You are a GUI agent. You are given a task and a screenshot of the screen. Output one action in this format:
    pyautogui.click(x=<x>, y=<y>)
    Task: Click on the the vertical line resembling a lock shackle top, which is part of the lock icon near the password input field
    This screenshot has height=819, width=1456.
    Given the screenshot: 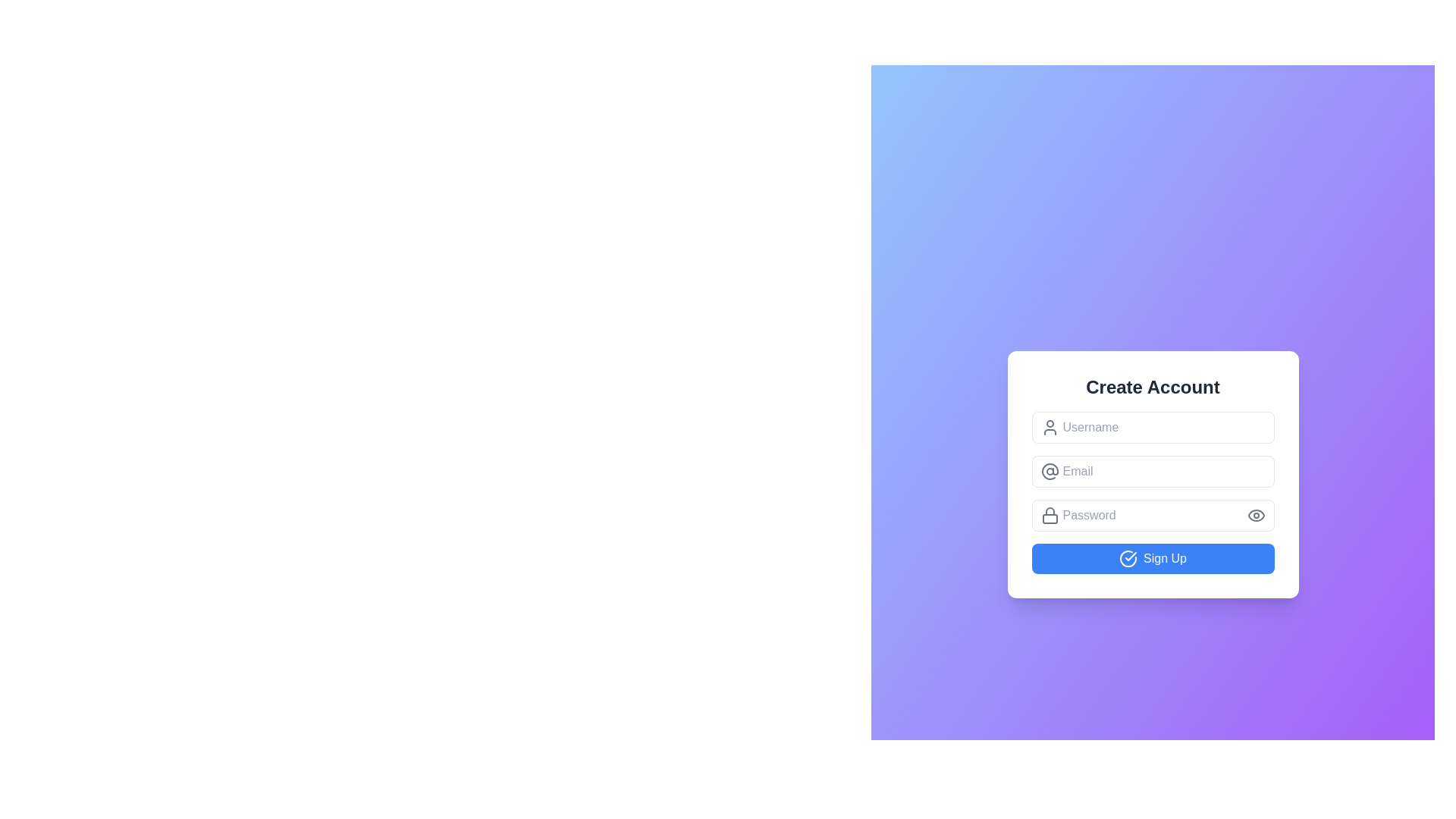 What is the action you would take?
    pyautogui.click(x=1049, y=511)
    